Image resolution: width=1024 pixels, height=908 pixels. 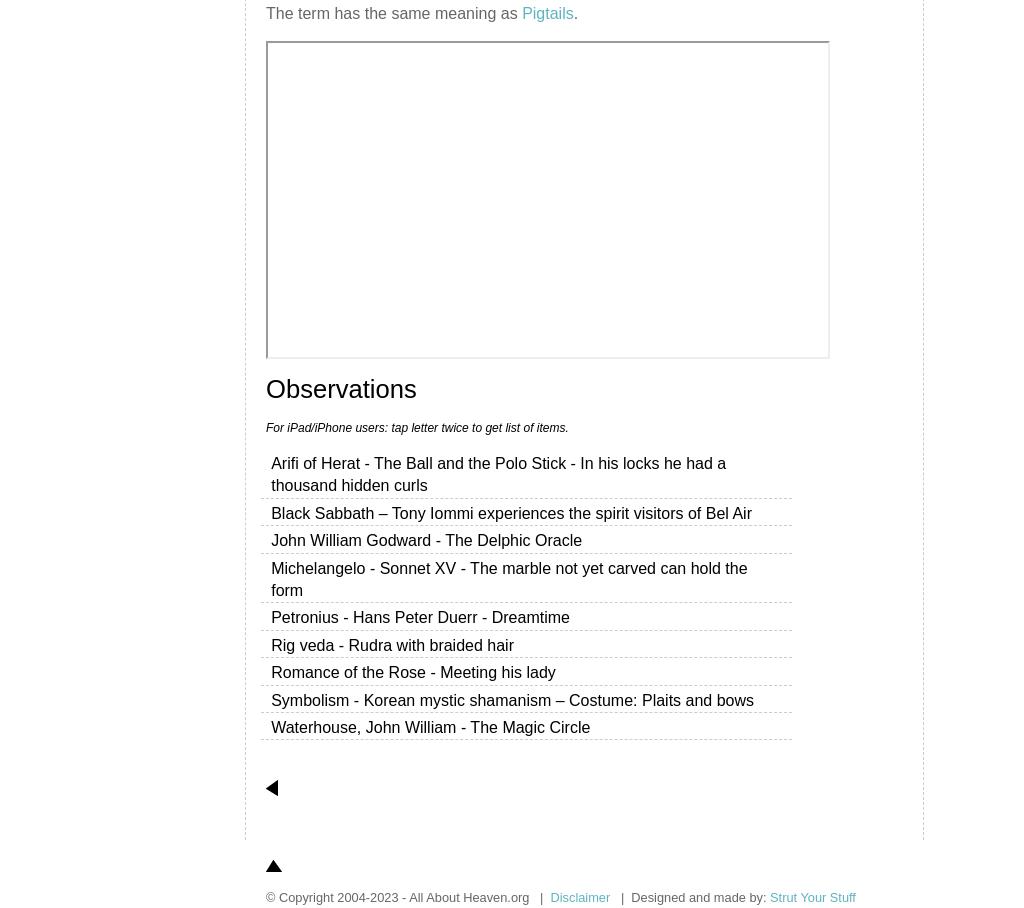 What do you see at coordinates (512, 698) in the screenshot?
I see `'Symbolism - Korean mystic shamanism – Costume: Plaits and bows'` at bounding box center [512, 698].